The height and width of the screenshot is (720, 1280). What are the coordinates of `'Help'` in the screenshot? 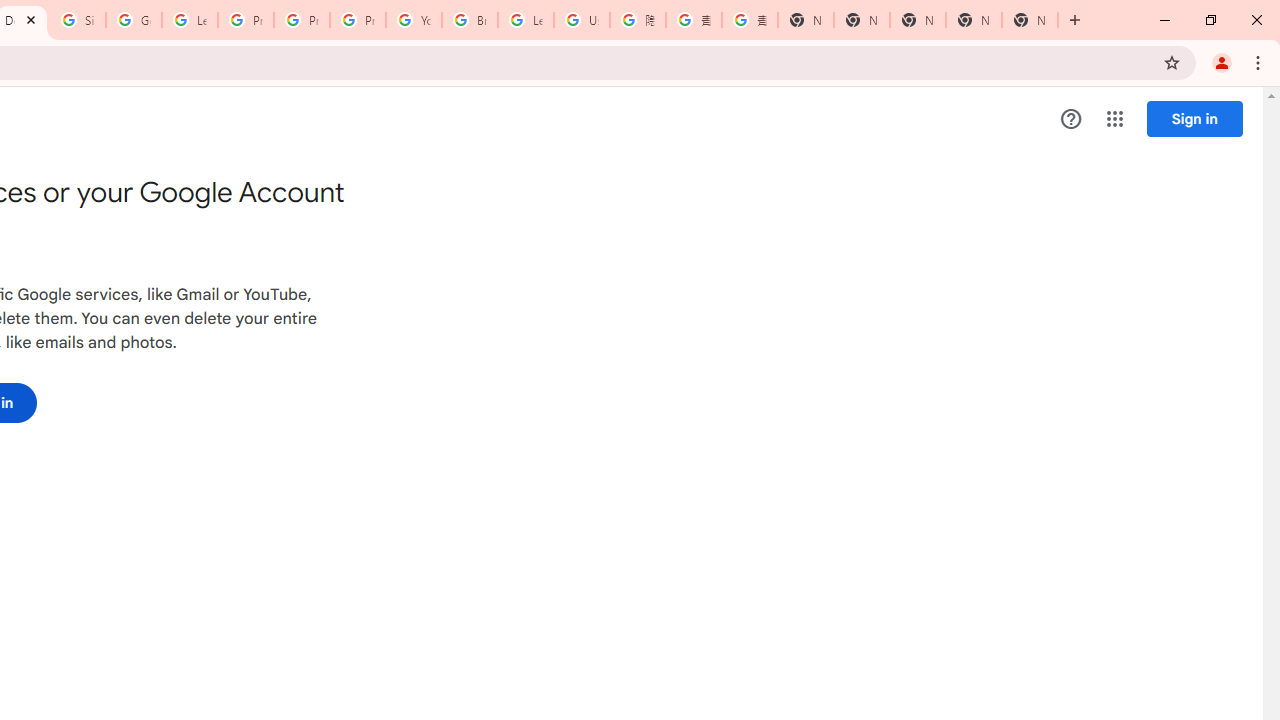 It's located at (1070, 119).